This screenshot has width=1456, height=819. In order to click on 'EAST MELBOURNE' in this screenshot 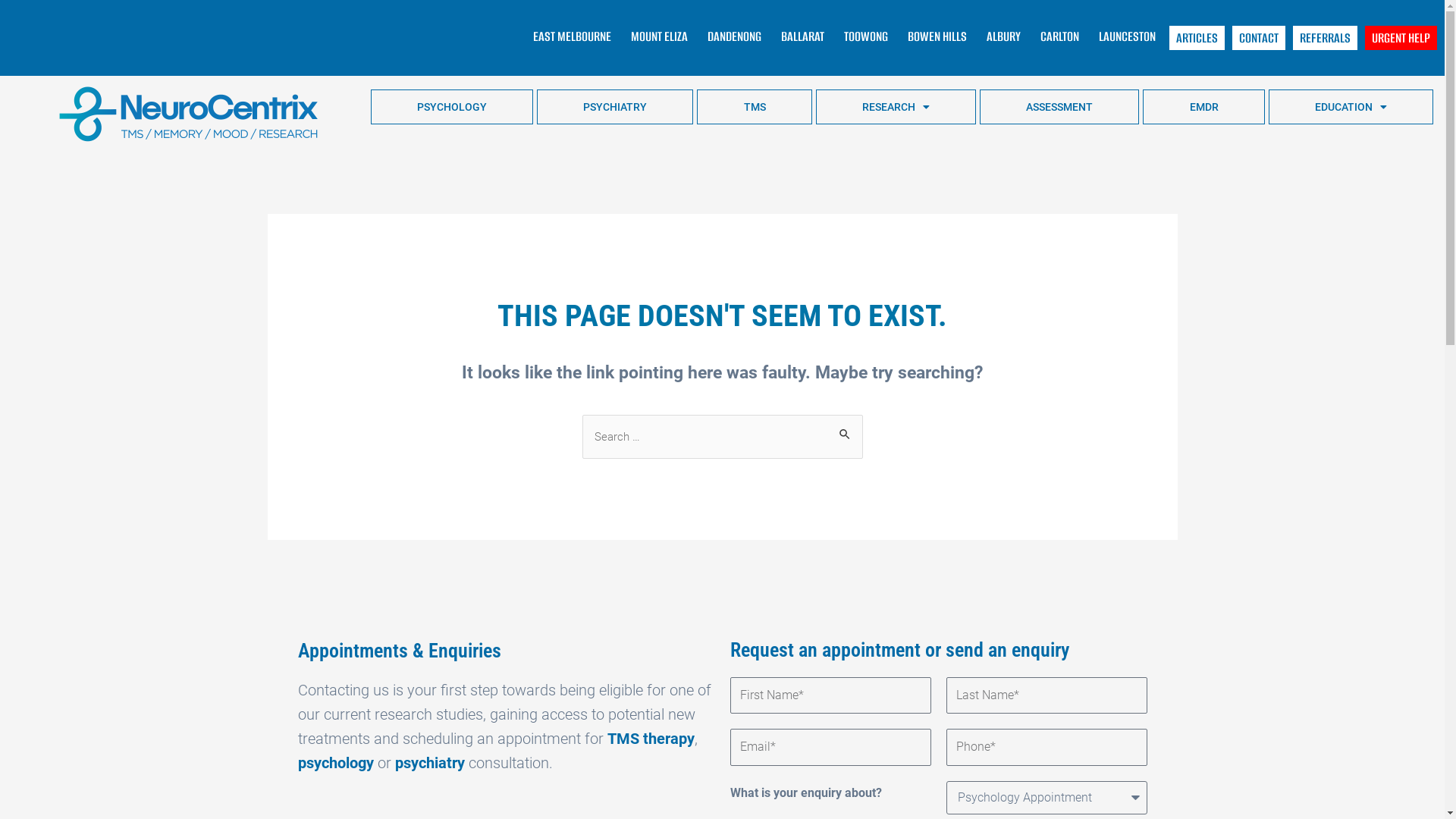, I will do `click(527, 35)`.